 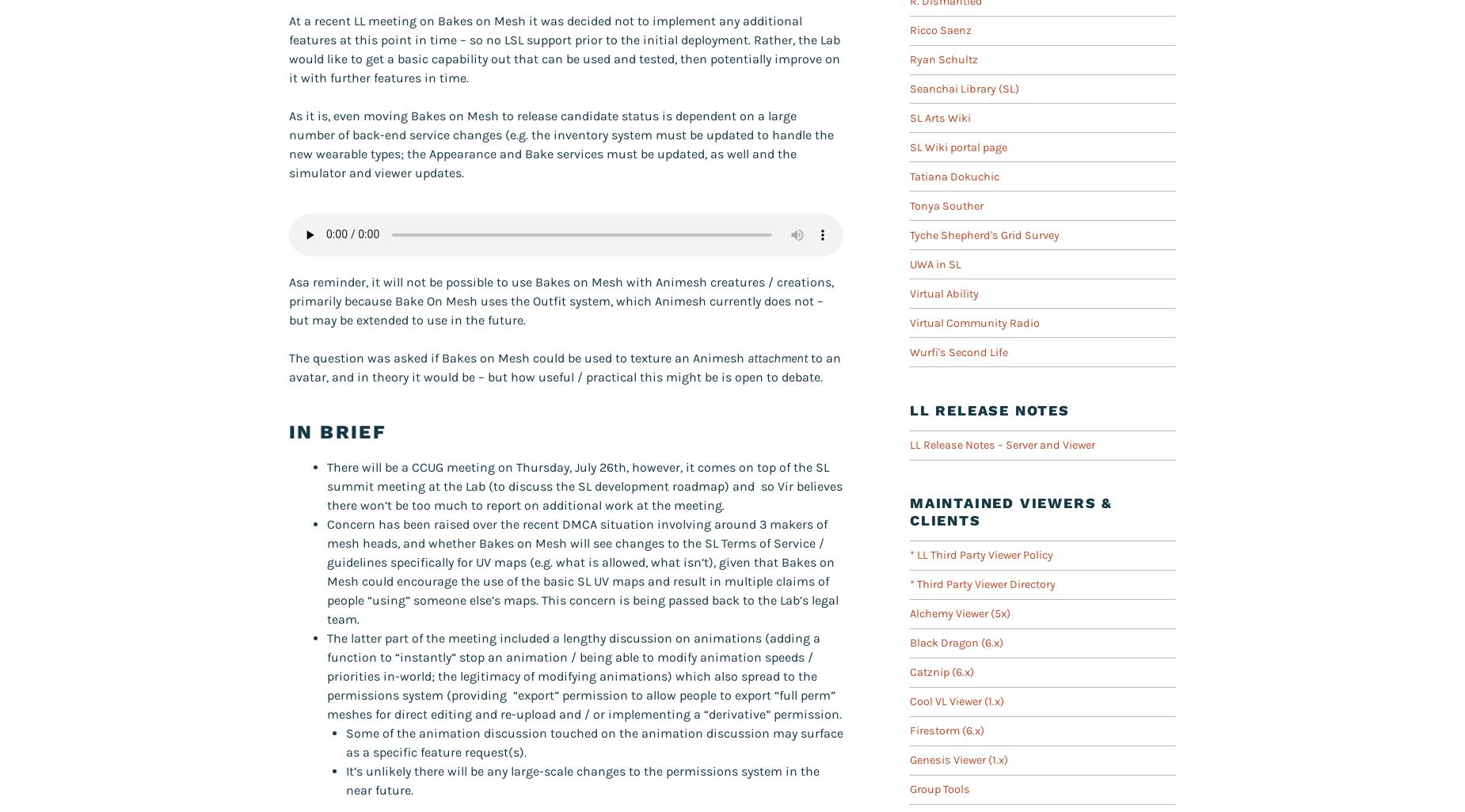 What do you see at coordinates (953, 176) in the screenshot?
I see `'Tatiana Dokuchic'` at bounding box center [953, 176].